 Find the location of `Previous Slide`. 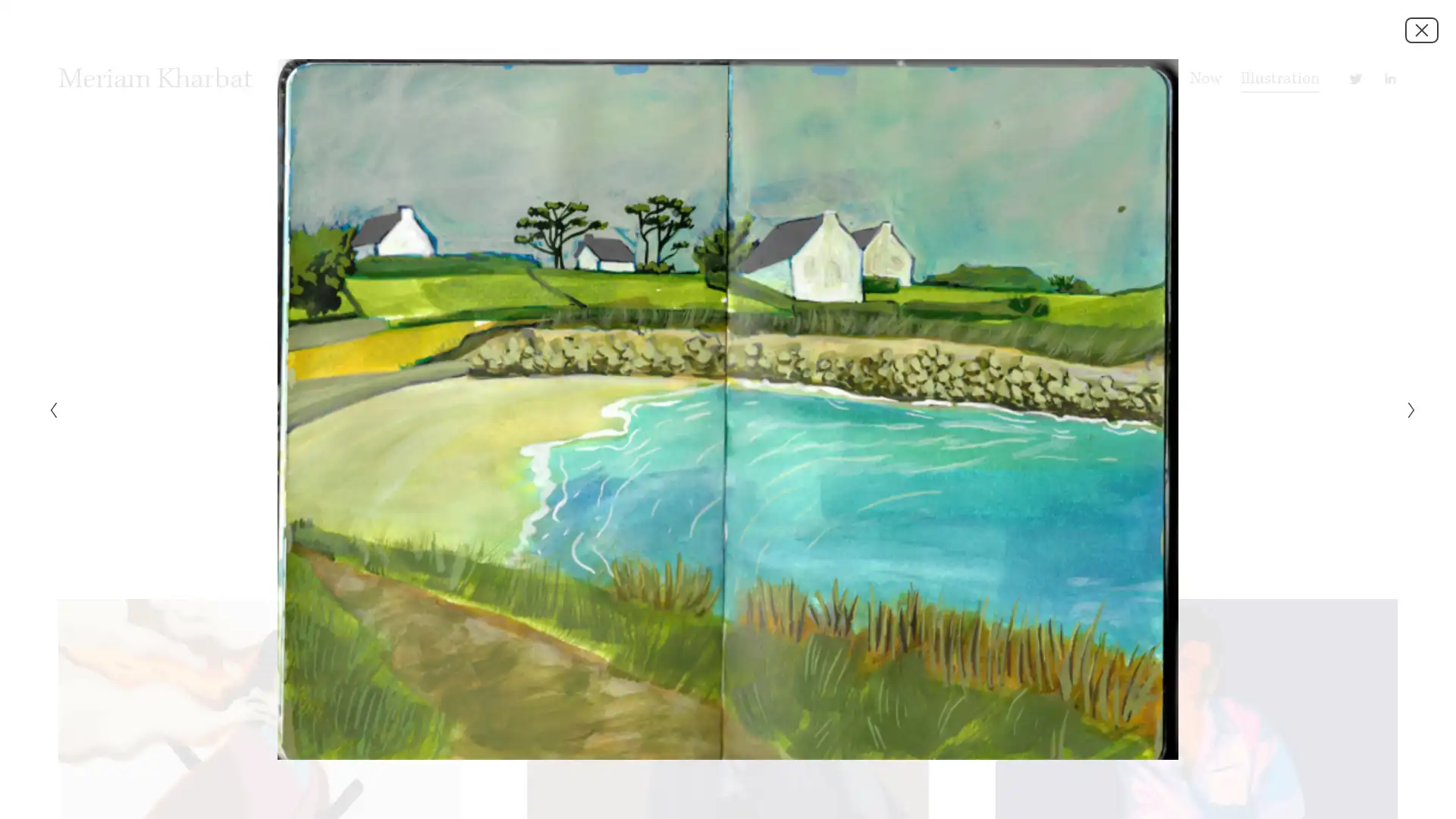

Previous Slide is located at coordinates (48, 409).